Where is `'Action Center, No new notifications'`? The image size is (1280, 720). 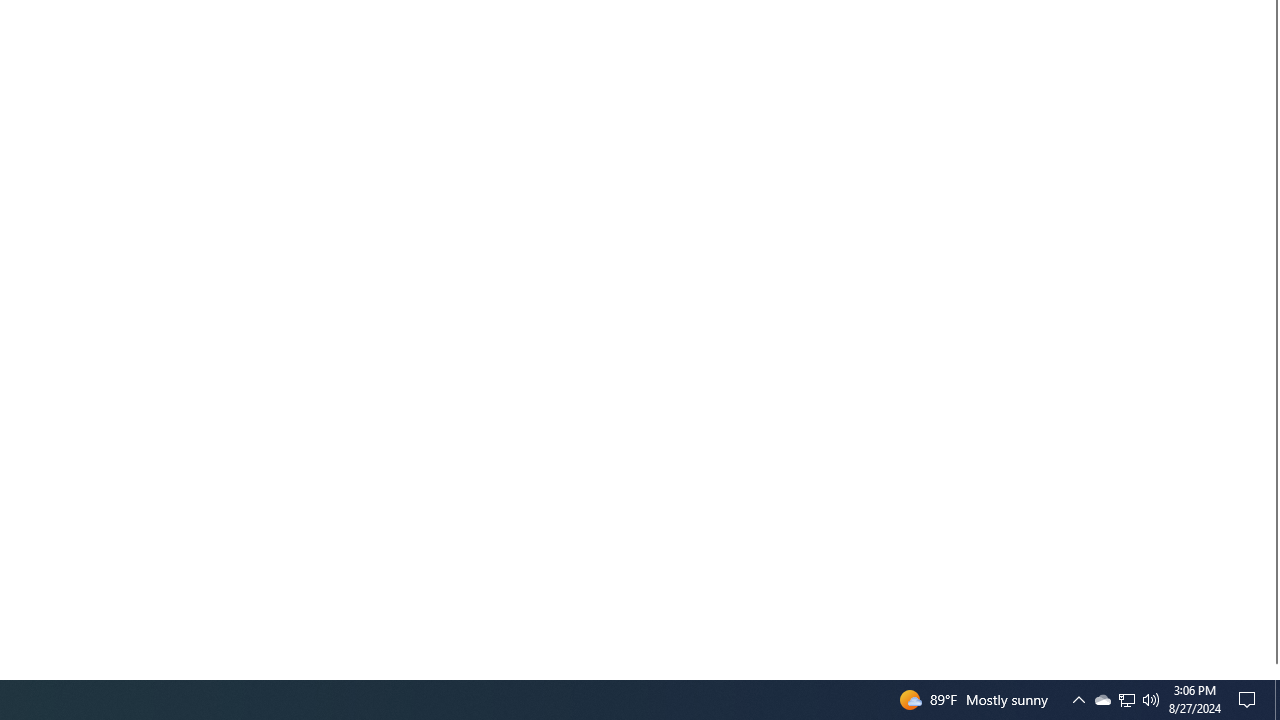 'Action Center, No new notifications' is located at coordinates (1250, 698).